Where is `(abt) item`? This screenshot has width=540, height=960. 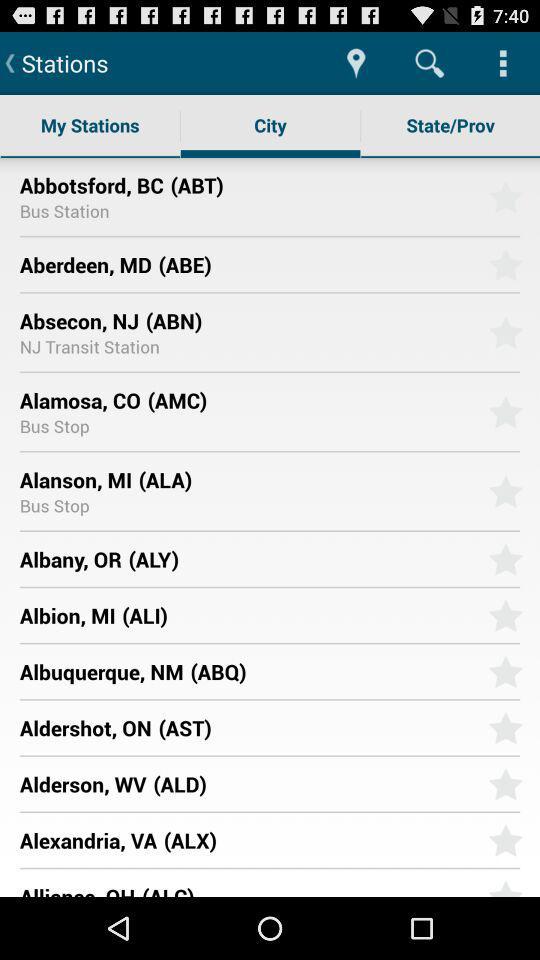 (abt) item is located at coordinates (322, 184).